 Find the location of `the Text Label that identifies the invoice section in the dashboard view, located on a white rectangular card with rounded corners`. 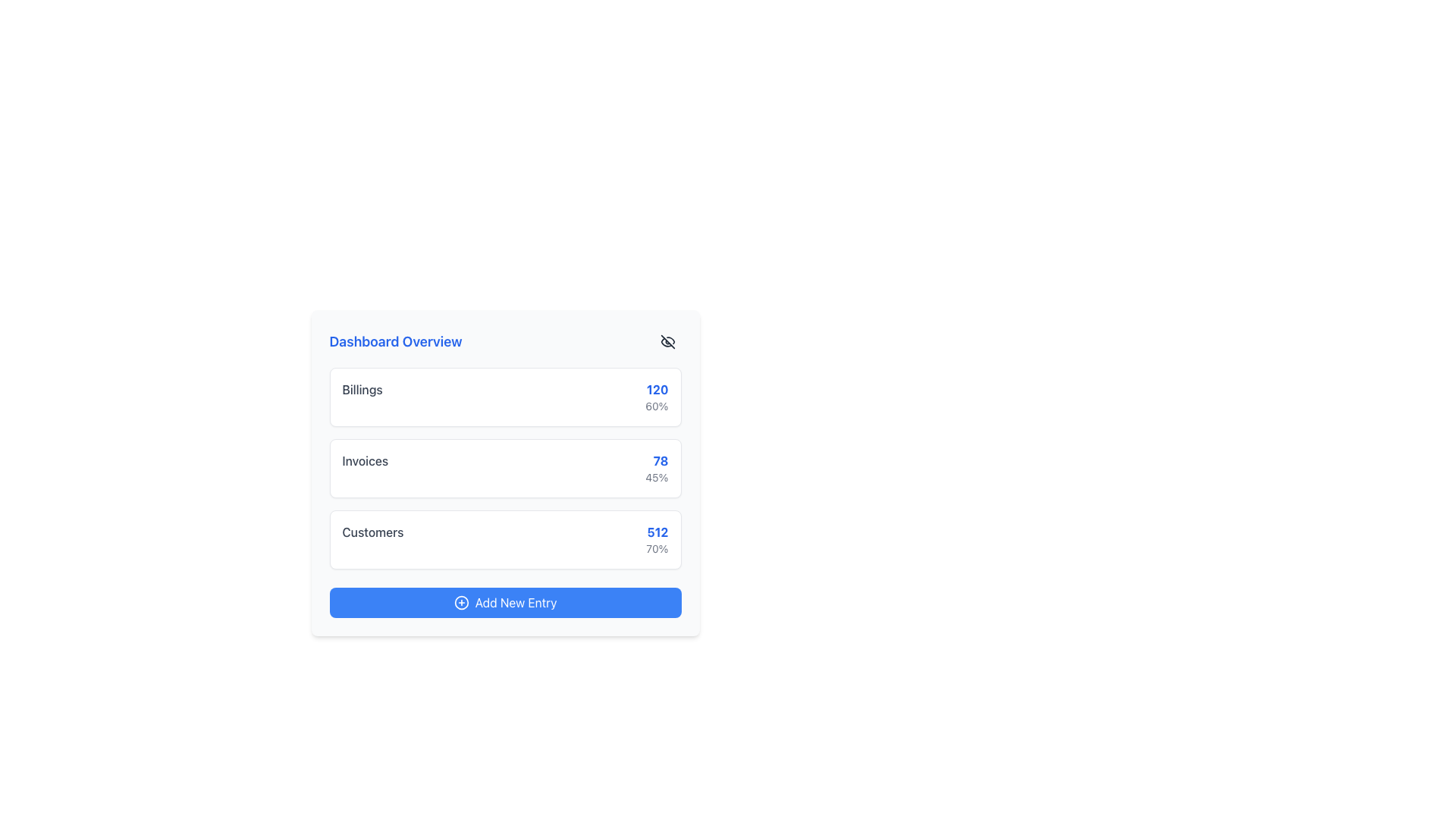

the Text Label that identifies the invoice section in the dashboard view, located on a white rectangular card with rounded corners is located at coordinates (365, 467).